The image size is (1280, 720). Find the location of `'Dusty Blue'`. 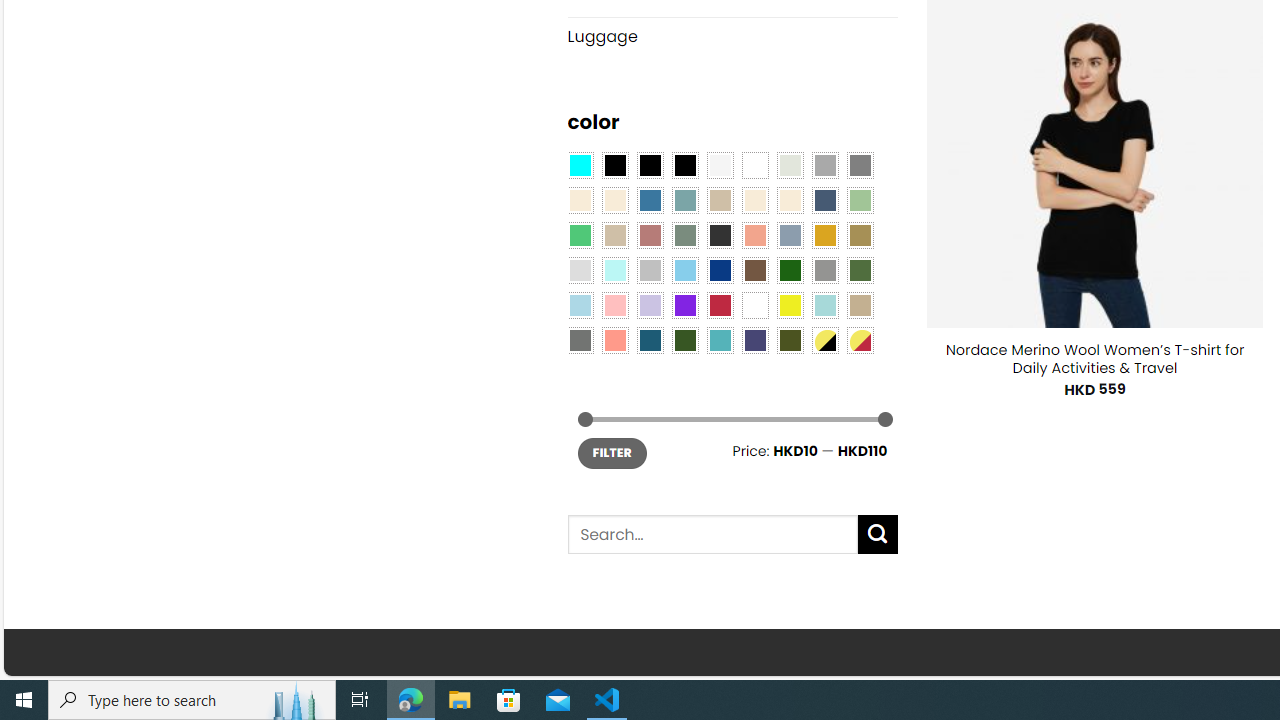

'Dusty Blue' is located at coordinates (788, 233).